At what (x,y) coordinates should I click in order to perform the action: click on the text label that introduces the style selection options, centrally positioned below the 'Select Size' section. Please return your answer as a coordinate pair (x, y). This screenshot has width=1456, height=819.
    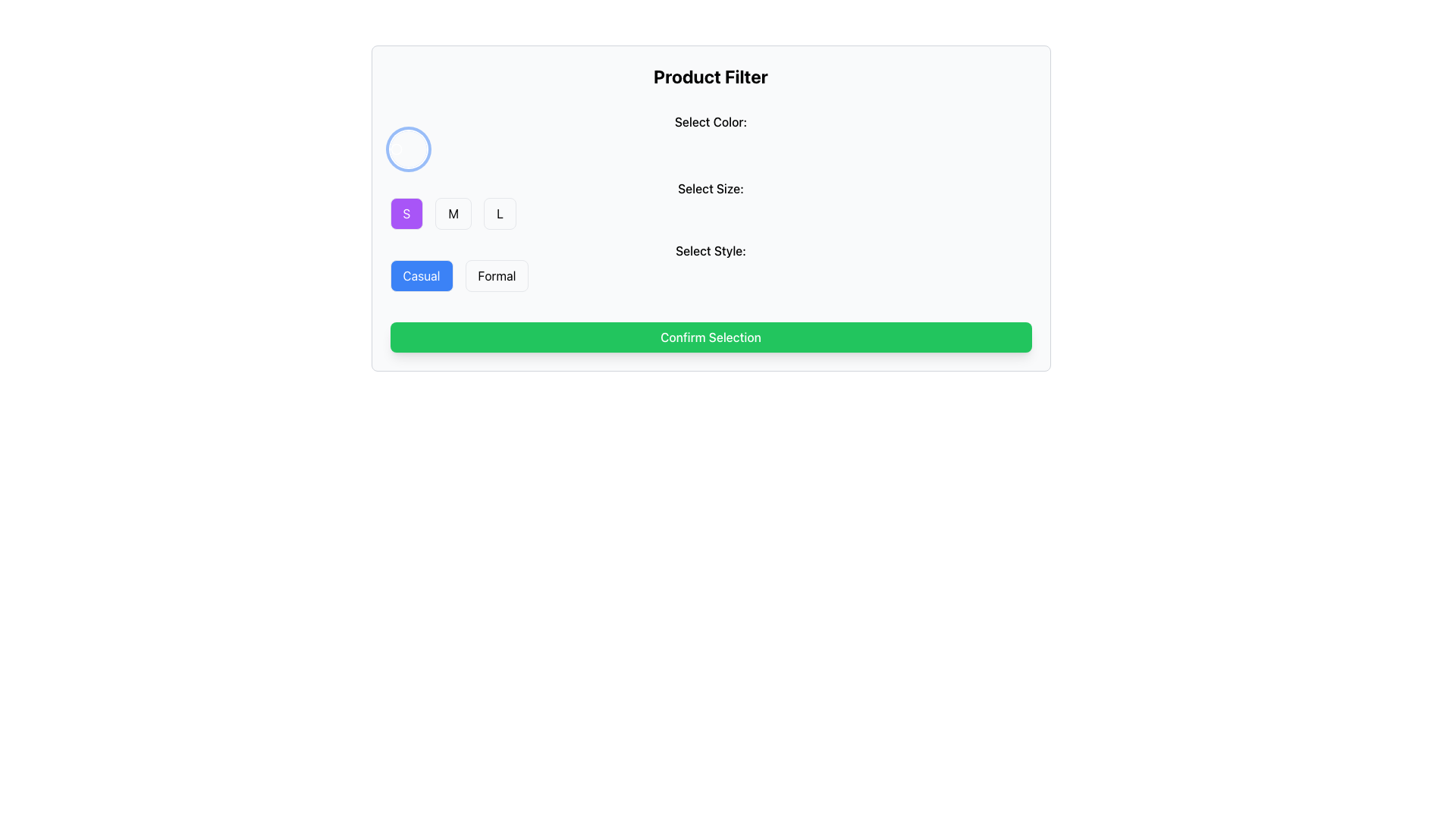
    Looking at the image, I should click on (710, 250).